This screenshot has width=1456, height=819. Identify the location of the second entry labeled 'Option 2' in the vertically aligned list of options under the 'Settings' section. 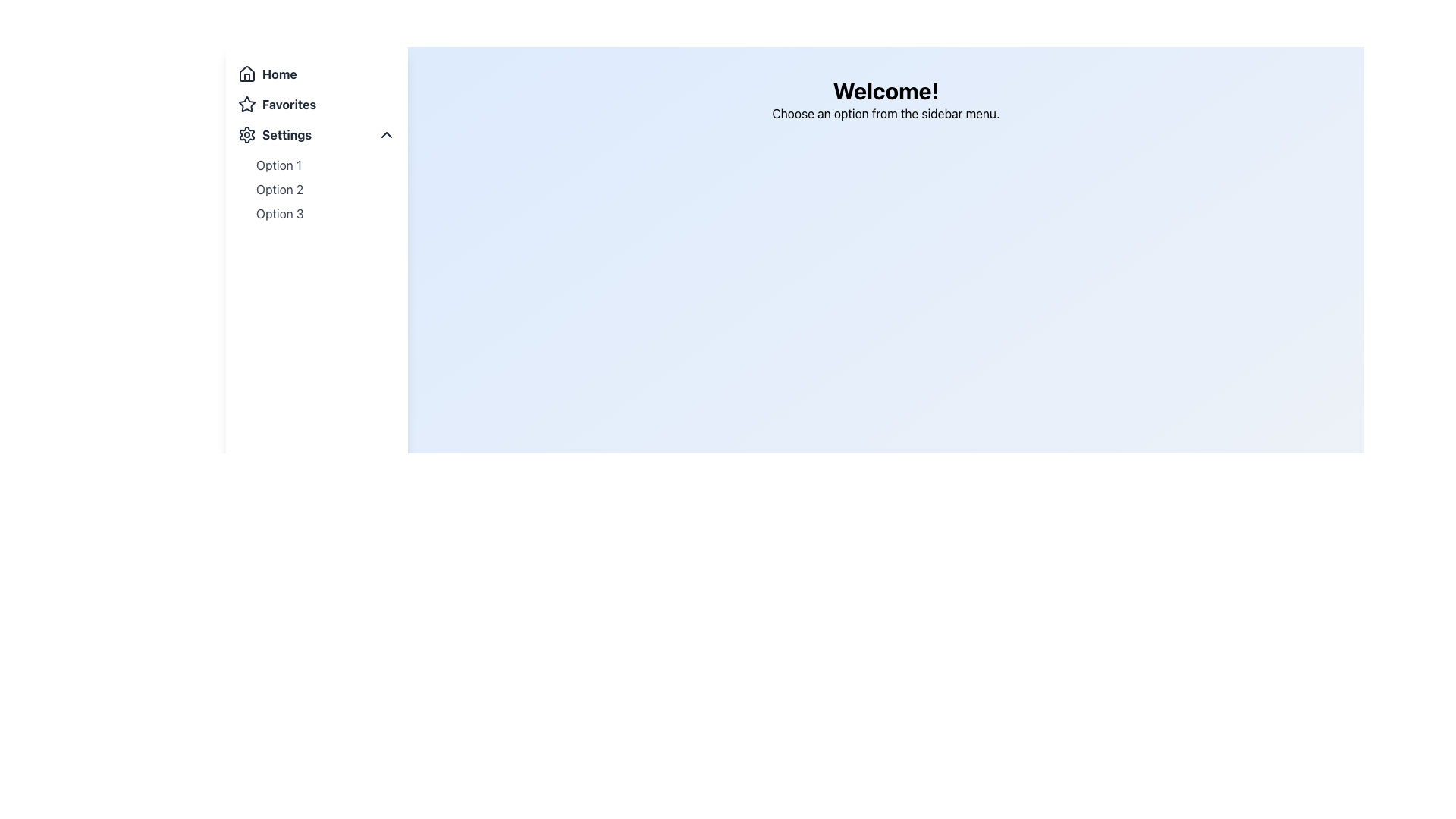
(280, 189).